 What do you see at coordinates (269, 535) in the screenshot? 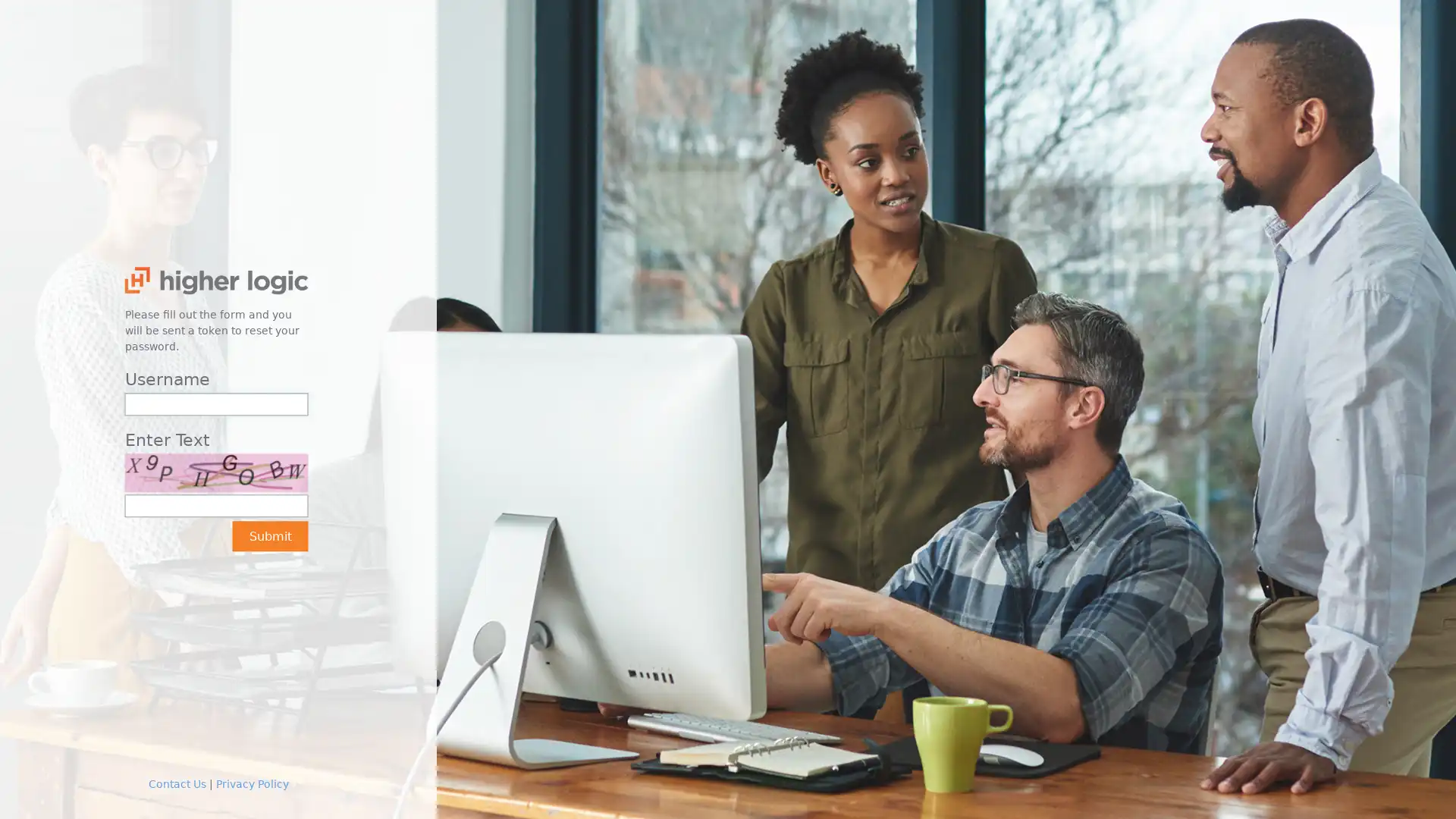
I see `Submit` at bounding box center [269, 535].